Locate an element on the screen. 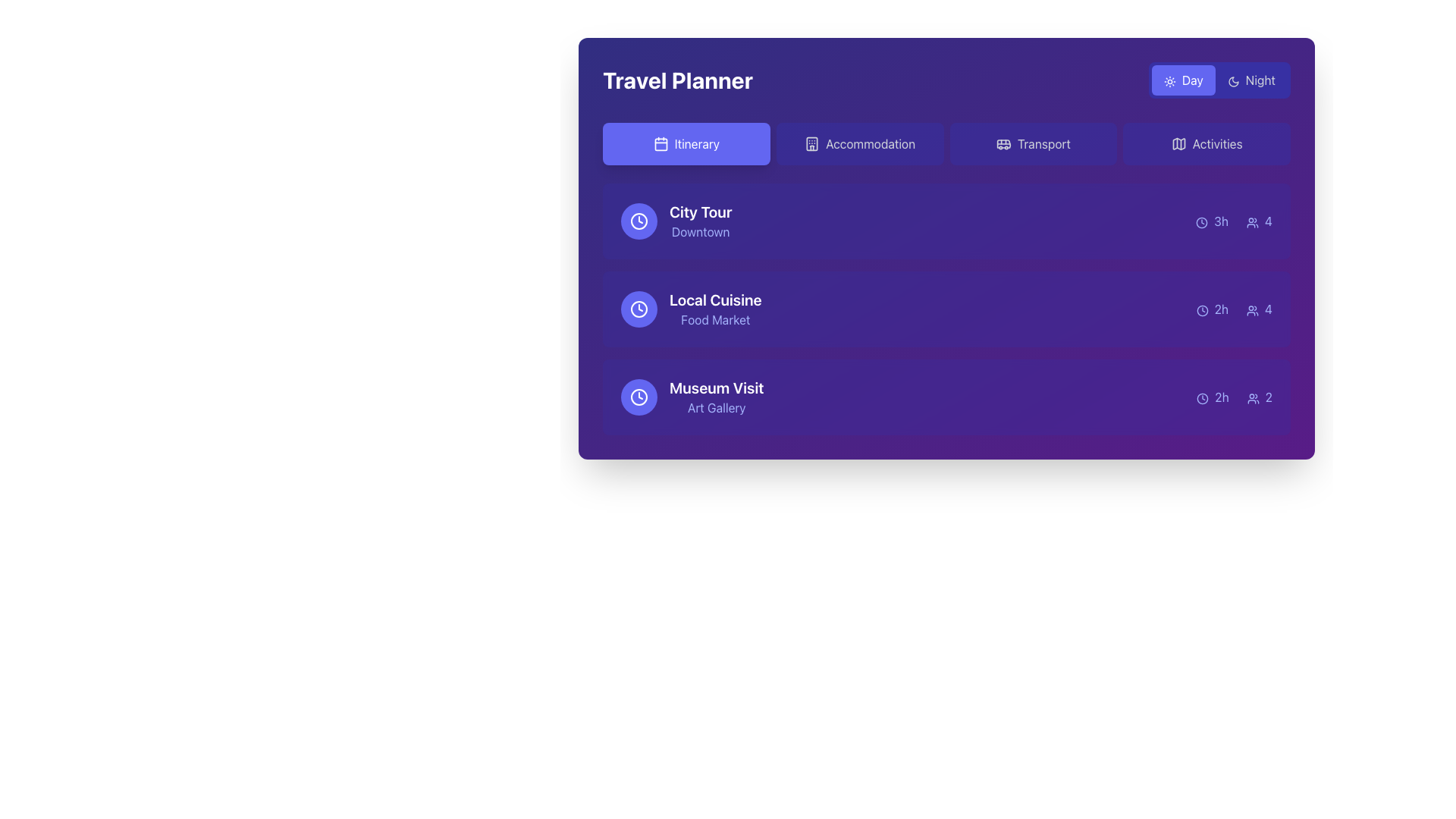  the bottom section of the bus icon on the 'Transport' button, which indicates options related to transportation is located at coordinates (1003, 143).